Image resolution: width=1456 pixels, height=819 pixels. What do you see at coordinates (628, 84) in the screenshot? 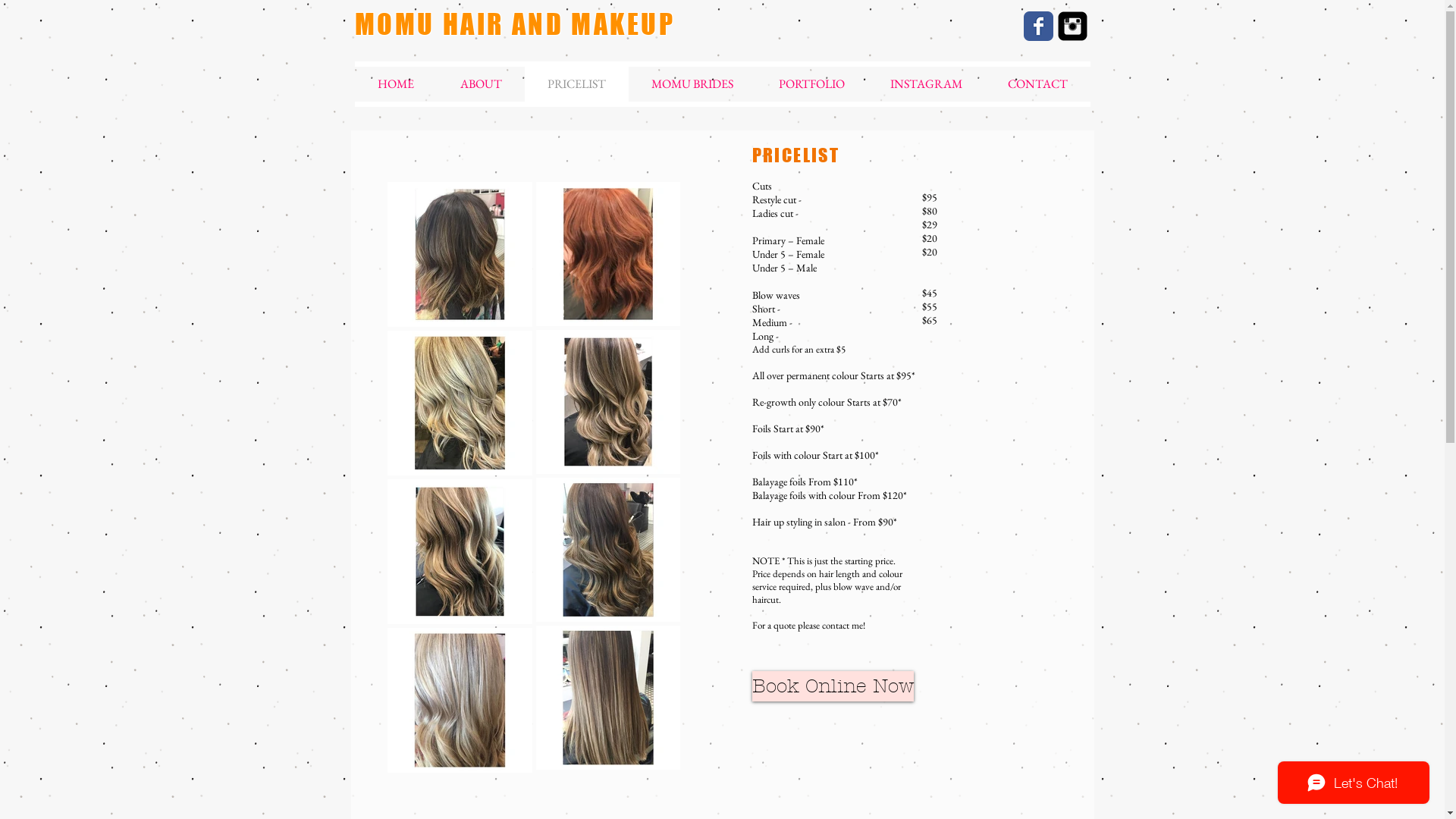
I see `'MOMU BRIDES'` at bounding box center [628, 84].